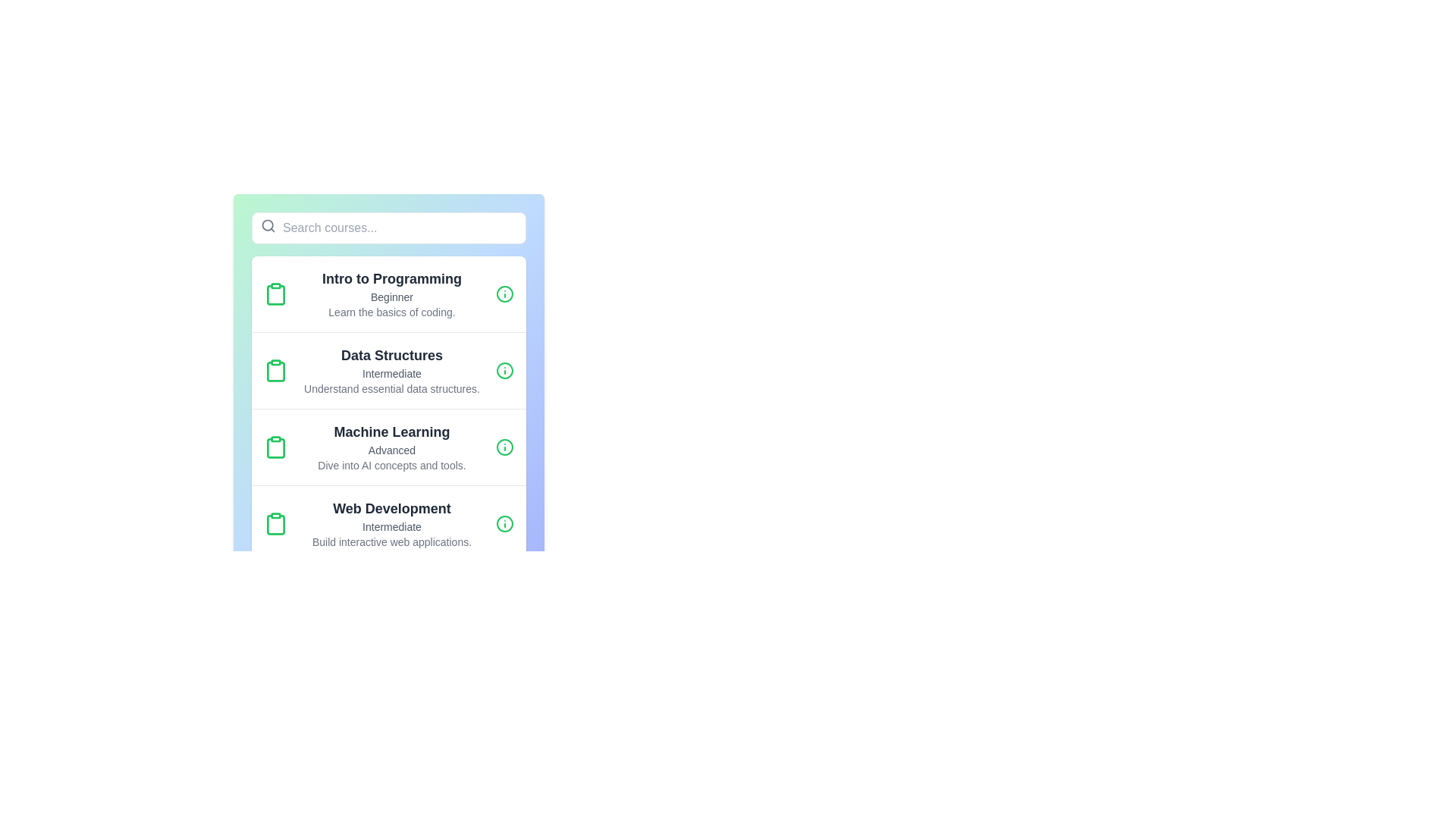 This screenshot has height=819, width=1456. Describe the element at coordinates (268, 225) in the screenshot. I see `the appearance of the SVG circle element that represents the lens of the magnifying glass icon, located near the top-left of the search bar` at that location.